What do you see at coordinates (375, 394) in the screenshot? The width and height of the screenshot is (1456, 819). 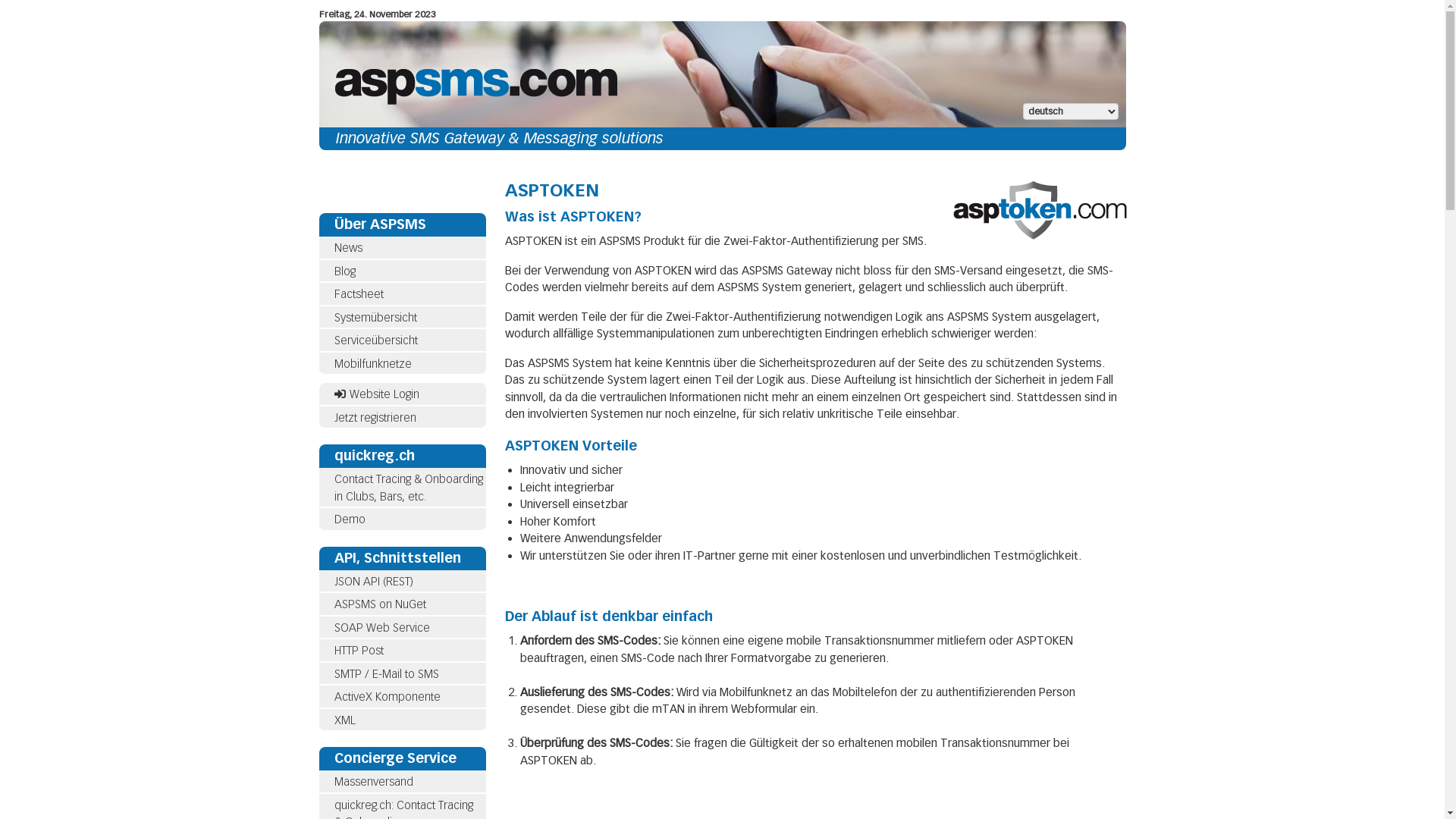 I see `'Website Login'` at bounding box center [375, 394].